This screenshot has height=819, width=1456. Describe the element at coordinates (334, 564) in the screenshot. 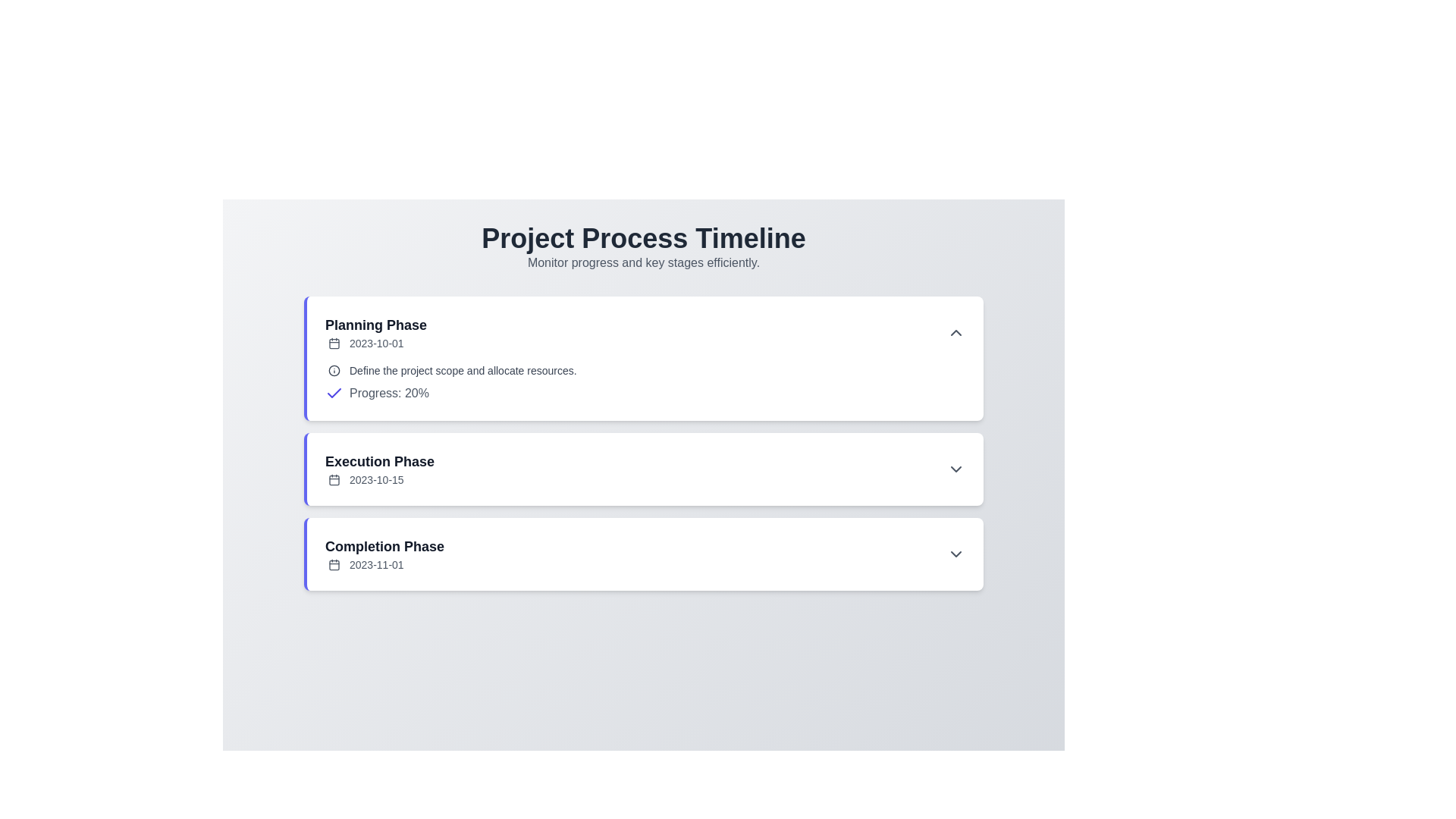

I see `the main rounded rectangle within the calendar icon located to the left side of the 'Completion Phase' section in the timeline interface` at that location.